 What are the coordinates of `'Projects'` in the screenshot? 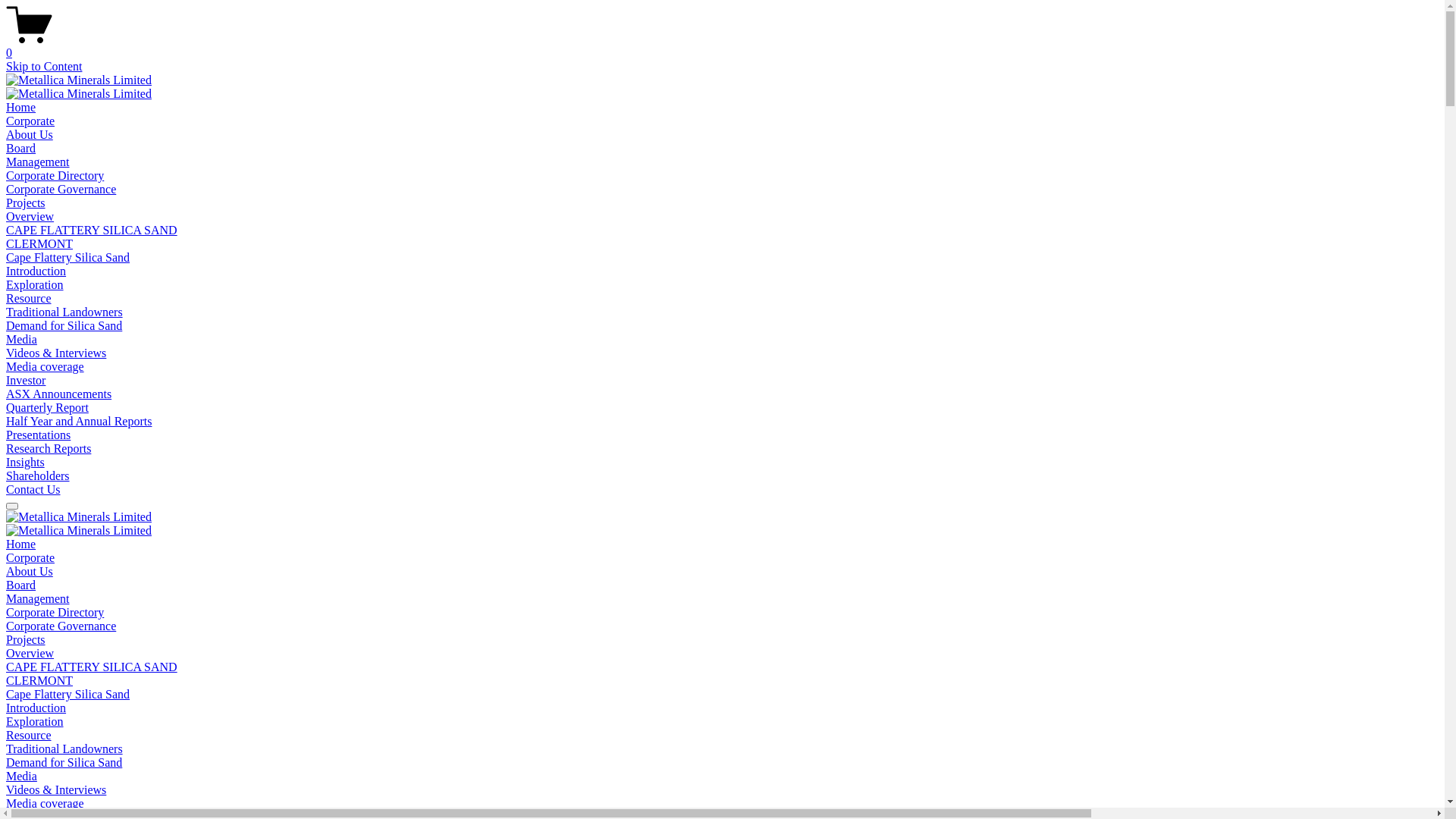 It's located at (25, 202).